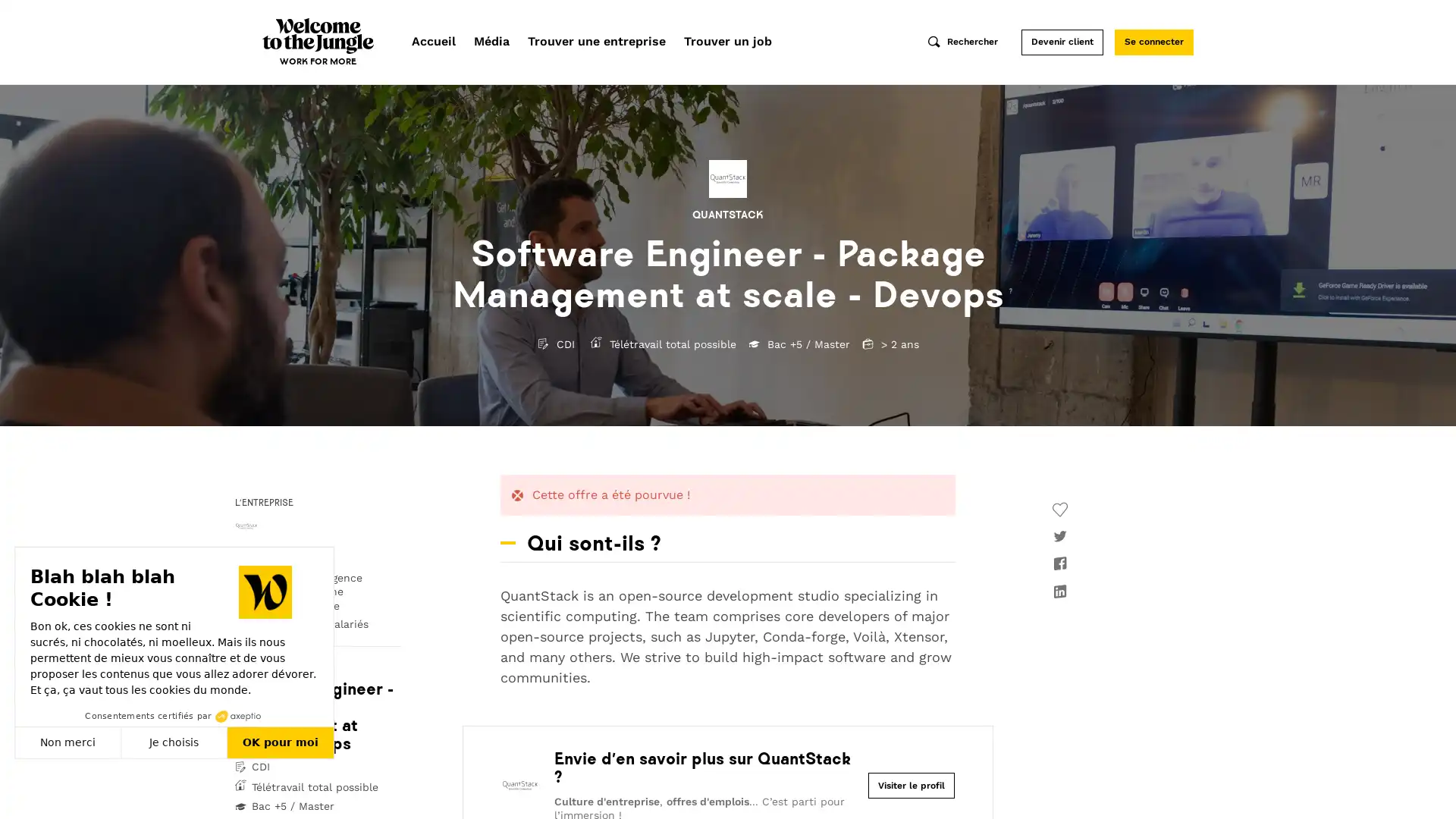  Describe the element at coordinates (174, 742) in the screenshot. I see `Je choisis` at that location.